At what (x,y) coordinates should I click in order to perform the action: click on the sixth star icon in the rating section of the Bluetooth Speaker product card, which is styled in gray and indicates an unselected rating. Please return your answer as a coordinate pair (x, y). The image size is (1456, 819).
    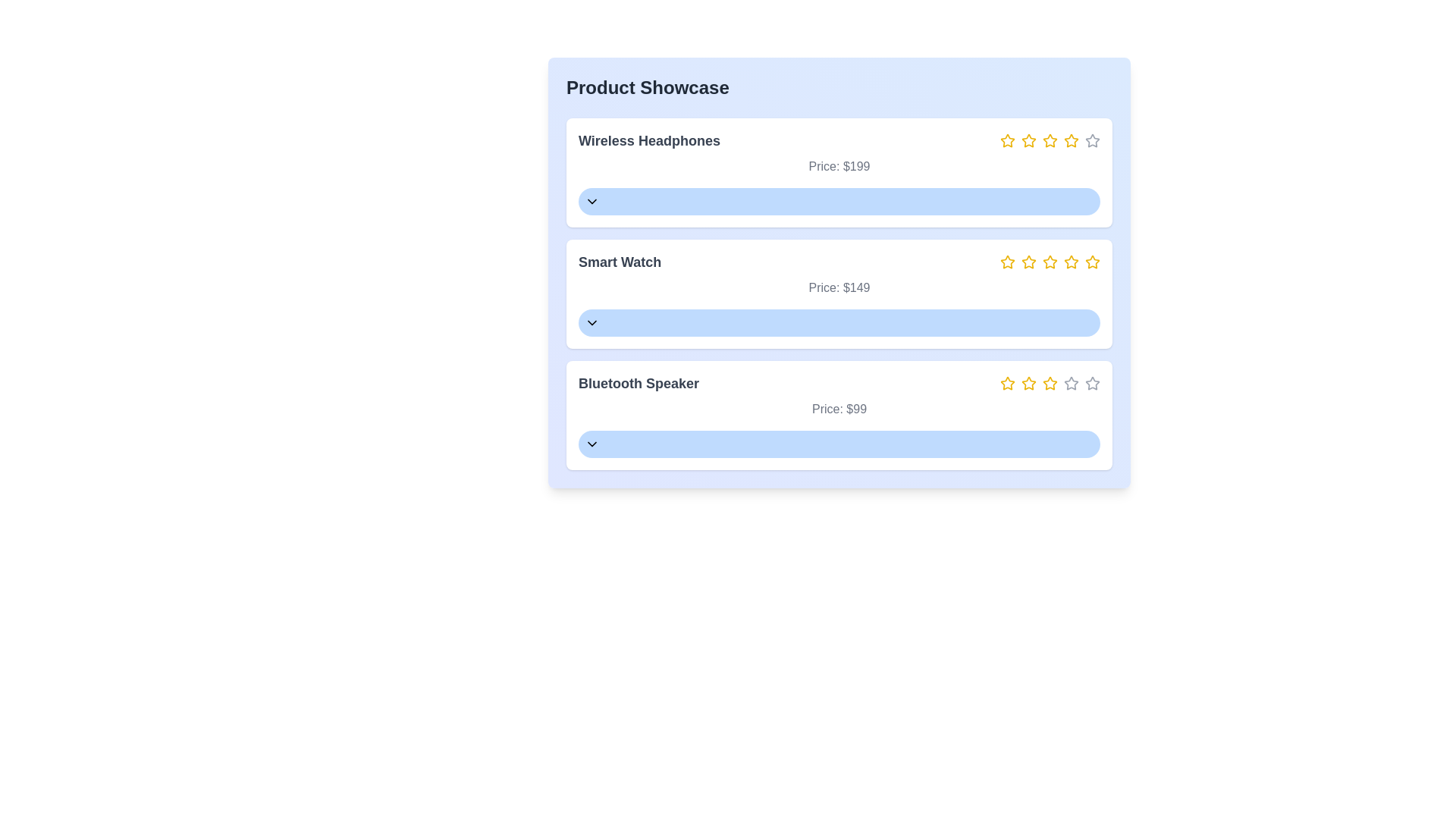
    Looking at the image, I should click on (1070, 382).